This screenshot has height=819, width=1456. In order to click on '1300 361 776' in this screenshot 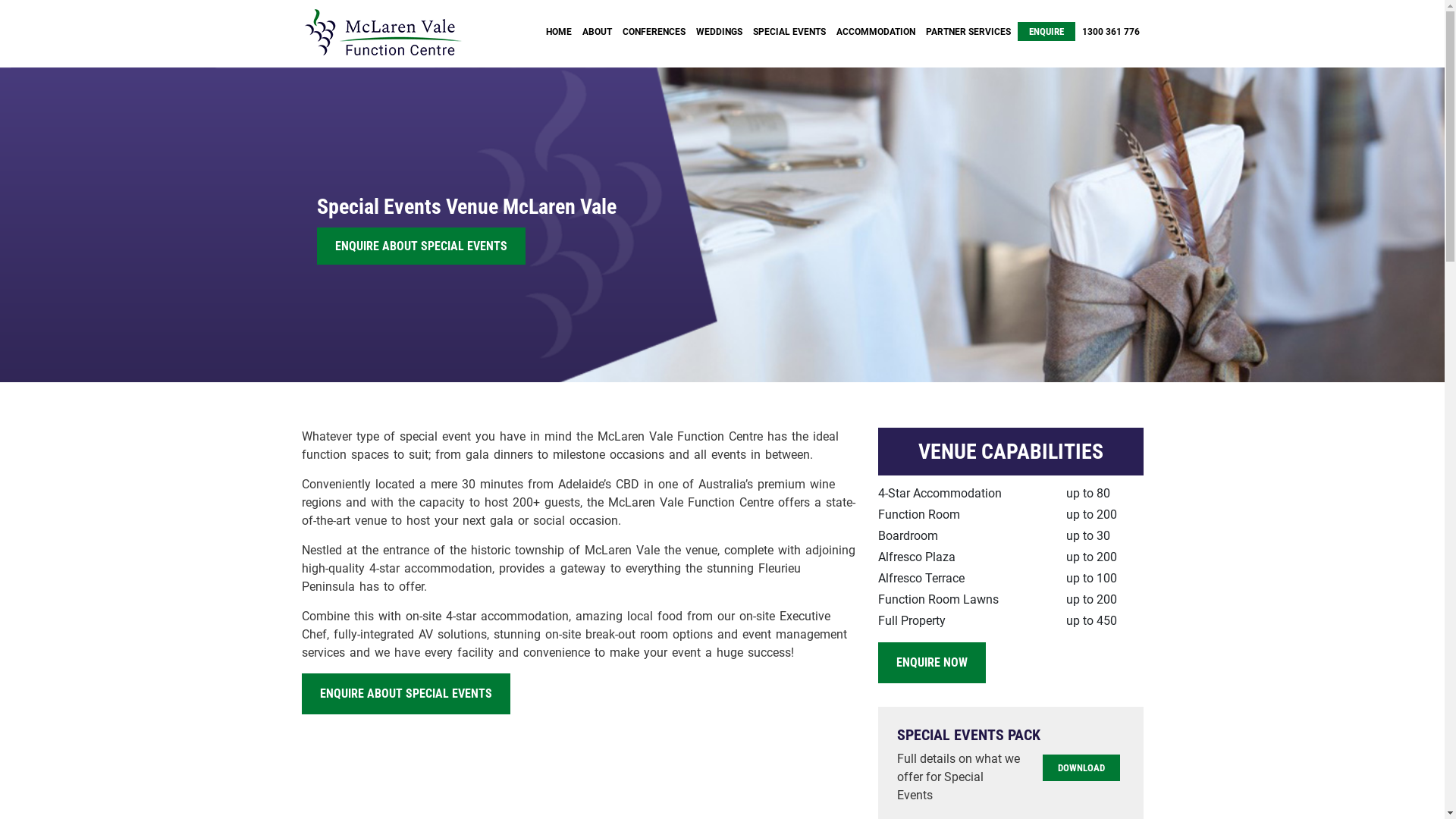, I will do `click(1110, 32)`.